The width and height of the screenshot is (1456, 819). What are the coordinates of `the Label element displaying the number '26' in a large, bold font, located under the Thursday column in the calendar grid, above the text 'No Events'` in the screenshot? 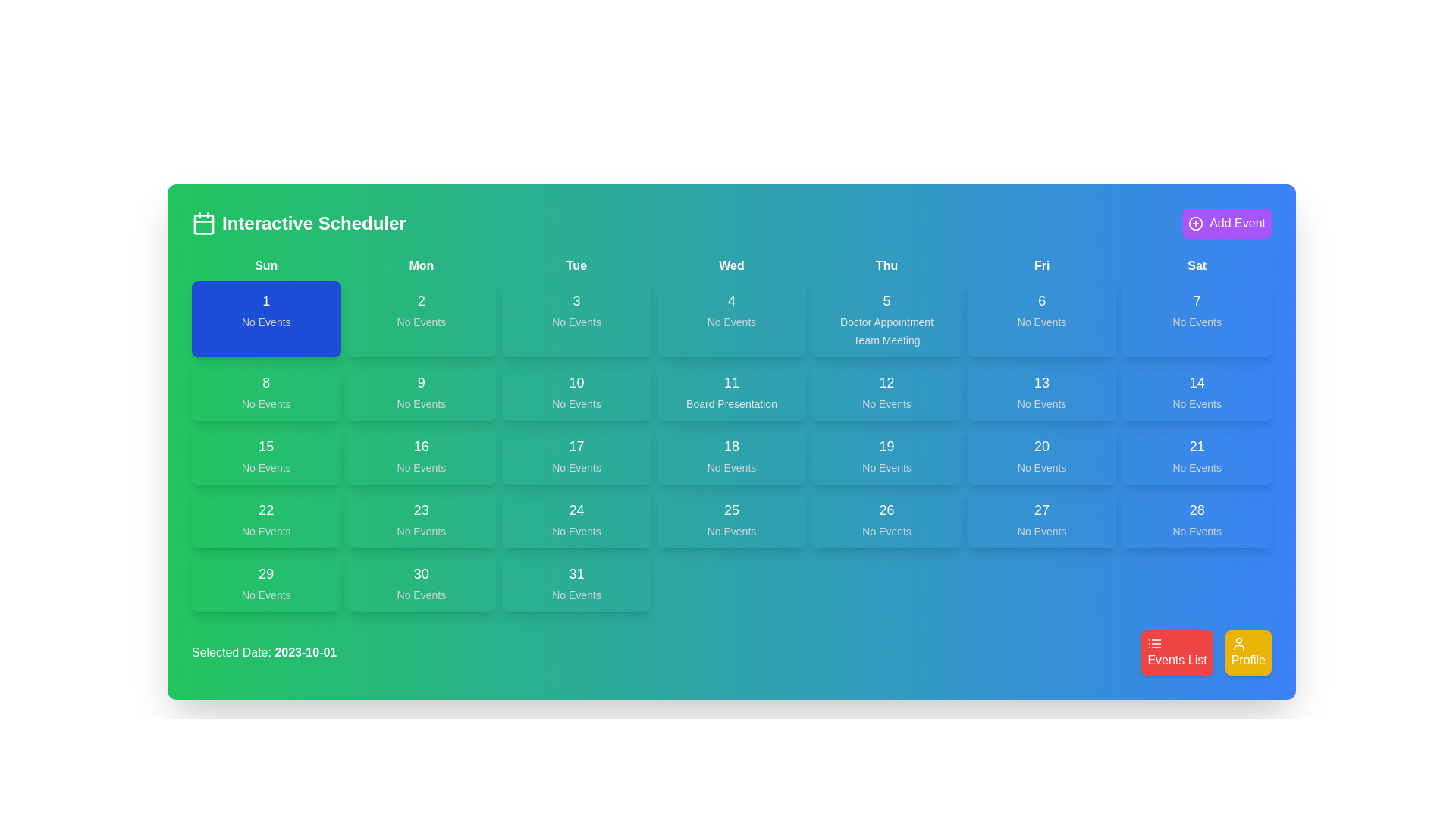 It's located at (886, 510).